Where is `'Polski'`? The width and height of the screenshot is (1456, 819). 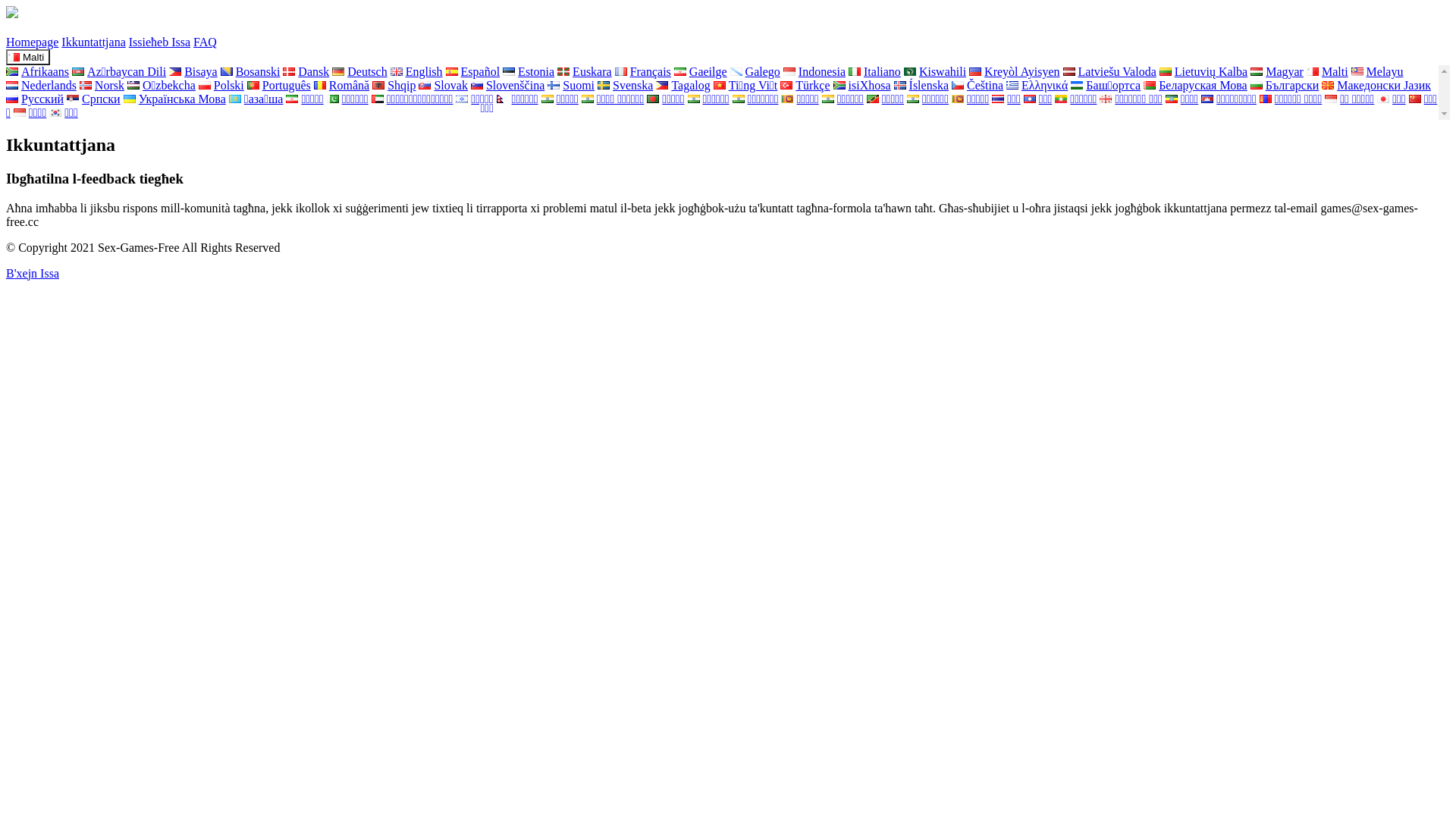
'Polski' is located at coordinates (221, 85).